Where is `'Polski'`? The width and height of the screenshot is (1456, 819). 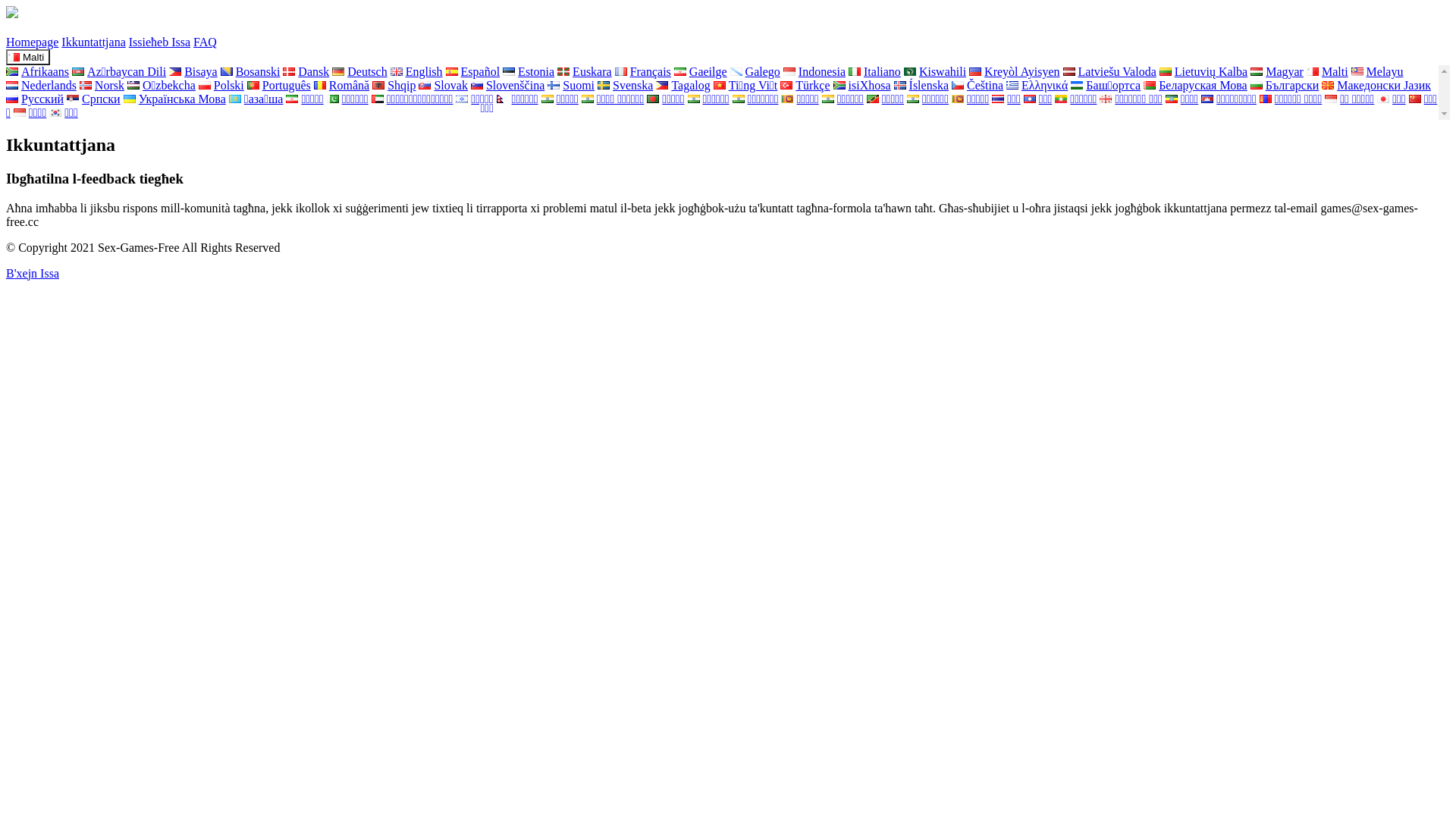
'Polski' is located at coordinates (221, 85).